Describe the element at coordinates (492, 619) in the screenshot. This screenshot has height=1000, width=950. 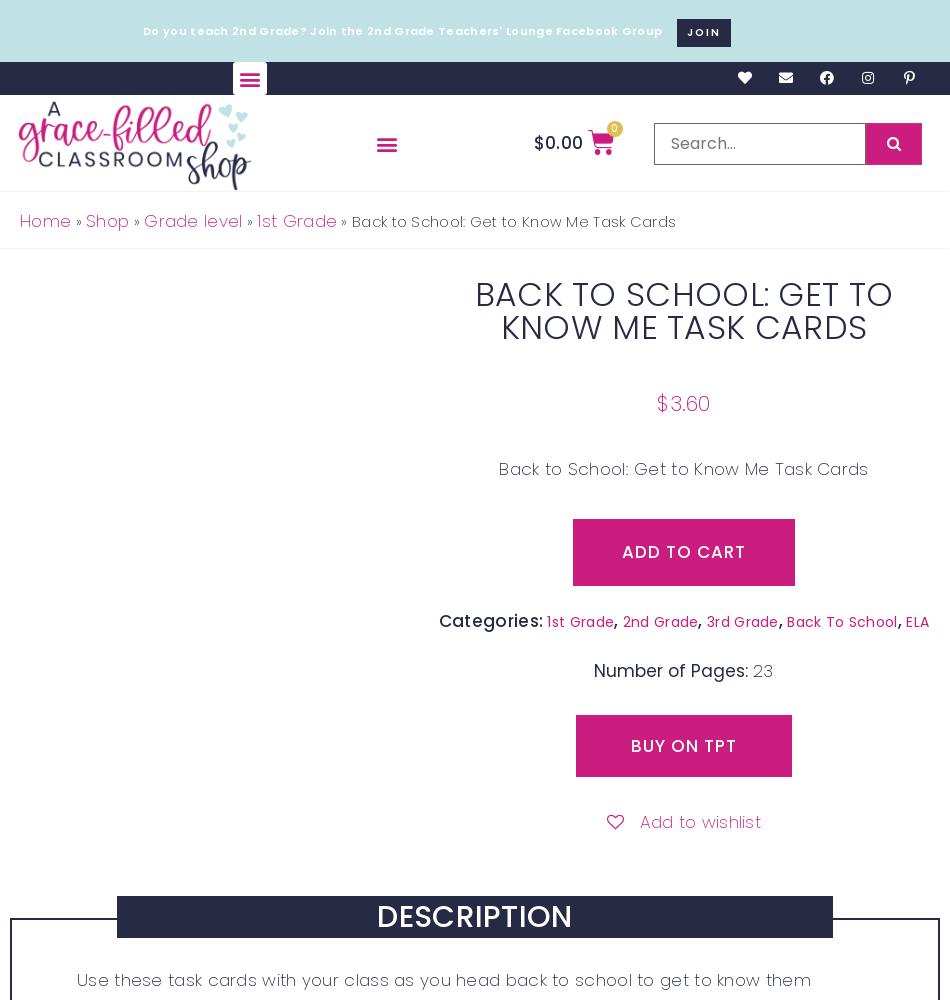
I see `'Categories:'` at that location.